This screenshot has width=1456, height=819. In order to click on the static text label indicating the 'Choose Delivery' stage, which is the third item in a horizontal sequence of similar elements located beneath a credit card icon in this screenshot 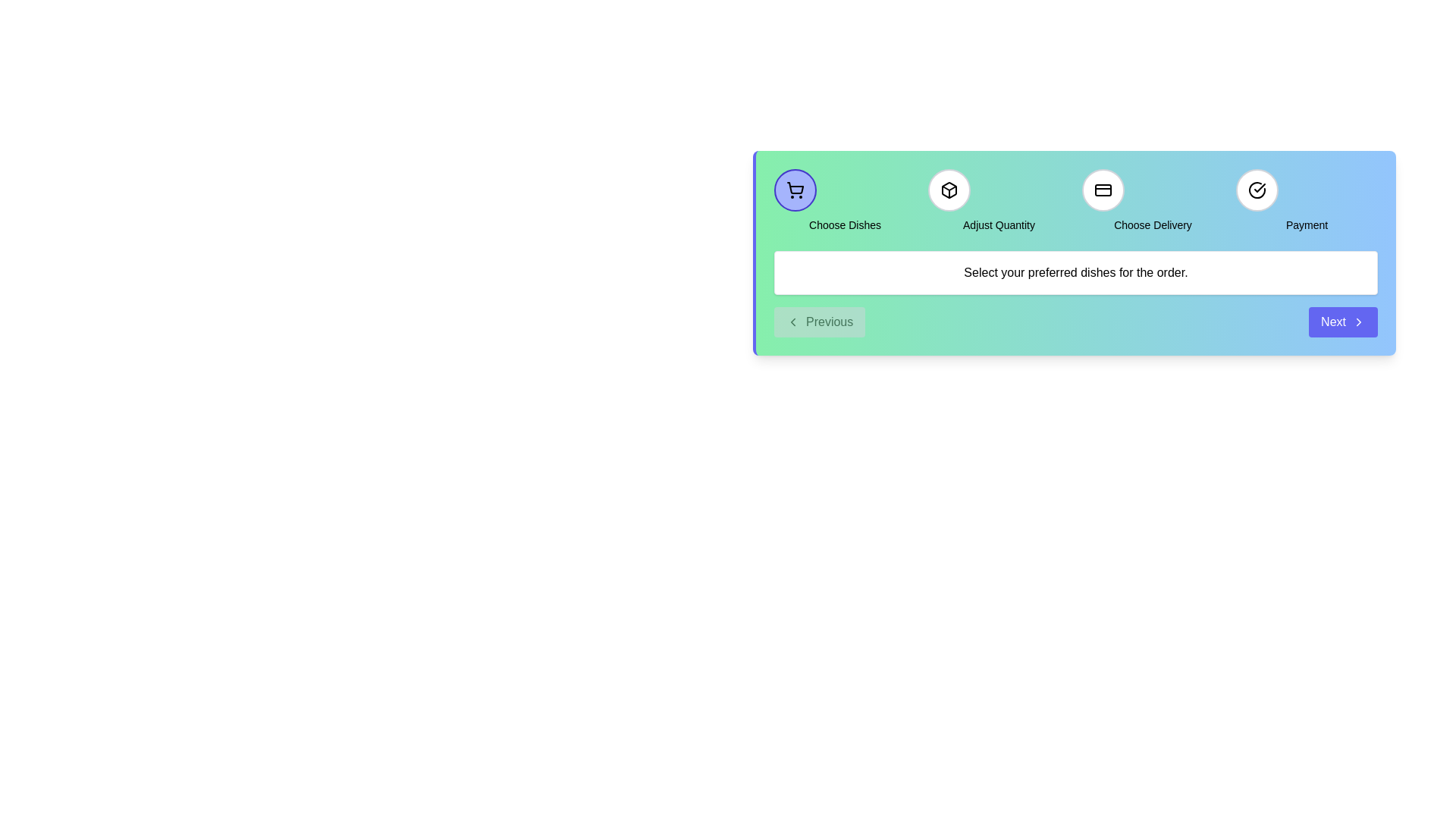, I will do `click(1153, 225)`.